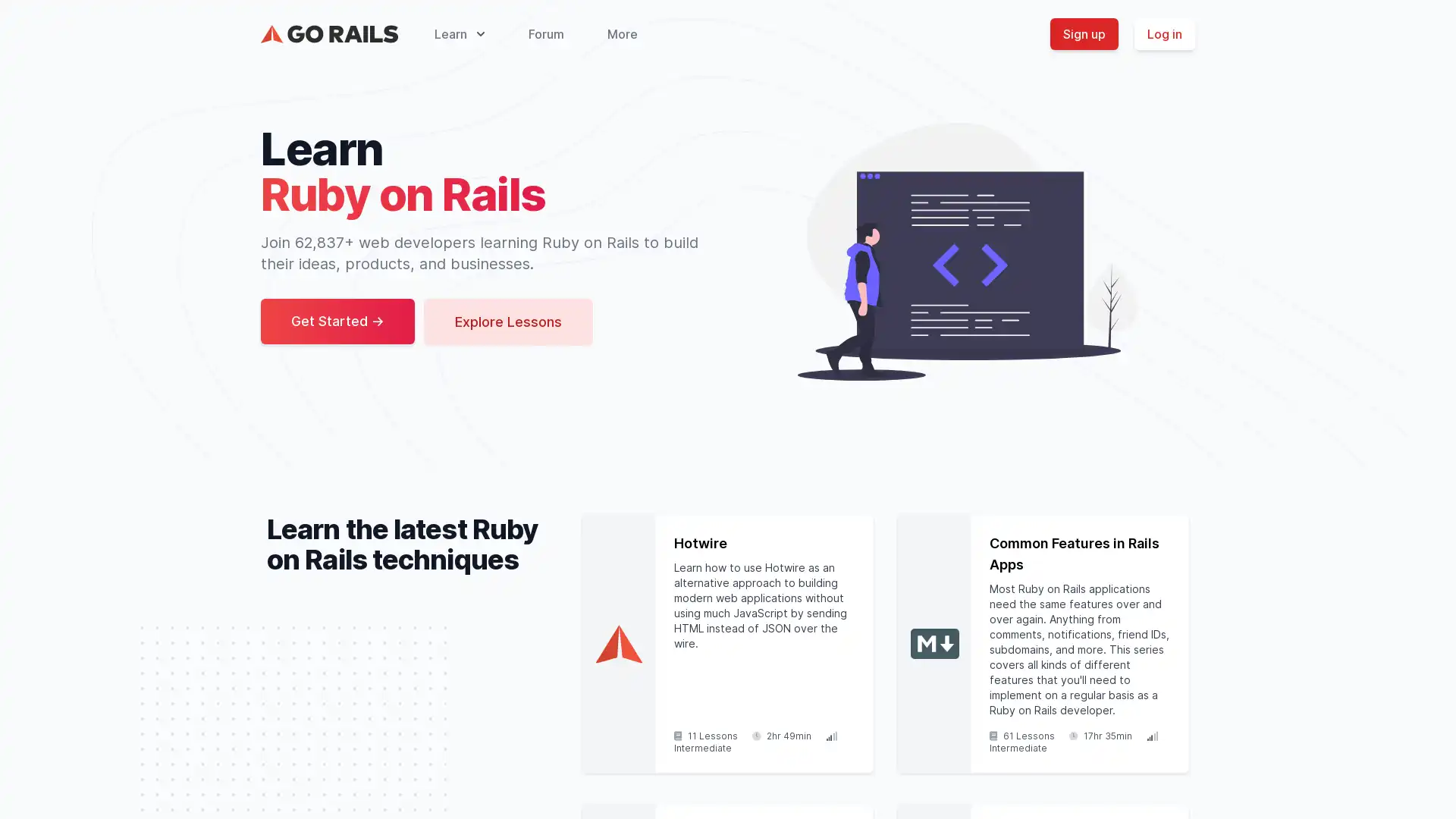 The height and width of the screenshot is (819, 1456). What do you see at coordinates (460, 34) in the screenshot?
I see `Learn` at bounding box center [460, 34].